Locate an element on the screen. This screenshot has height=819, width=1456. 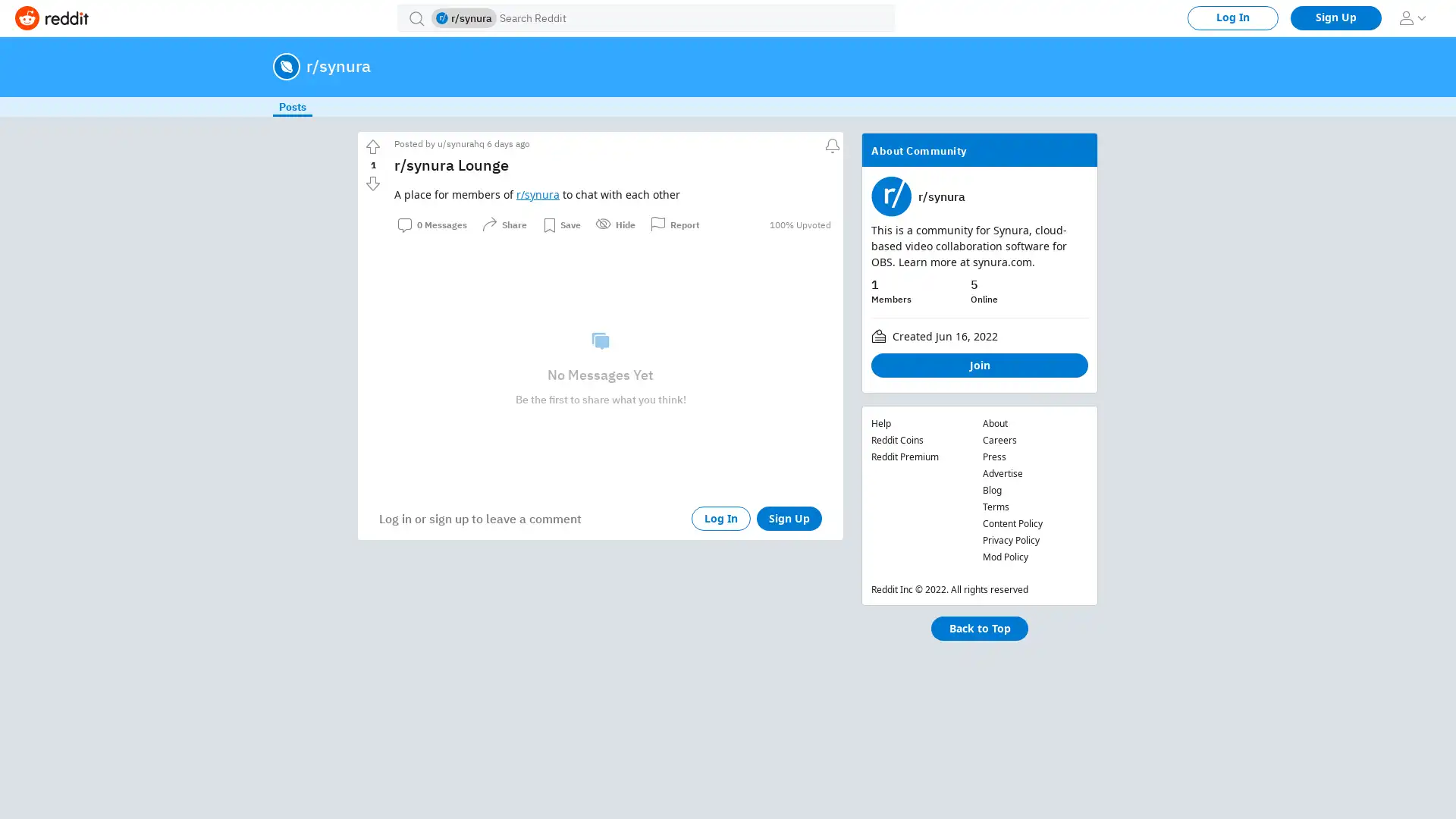
Join is located at coordinates (979, 366).